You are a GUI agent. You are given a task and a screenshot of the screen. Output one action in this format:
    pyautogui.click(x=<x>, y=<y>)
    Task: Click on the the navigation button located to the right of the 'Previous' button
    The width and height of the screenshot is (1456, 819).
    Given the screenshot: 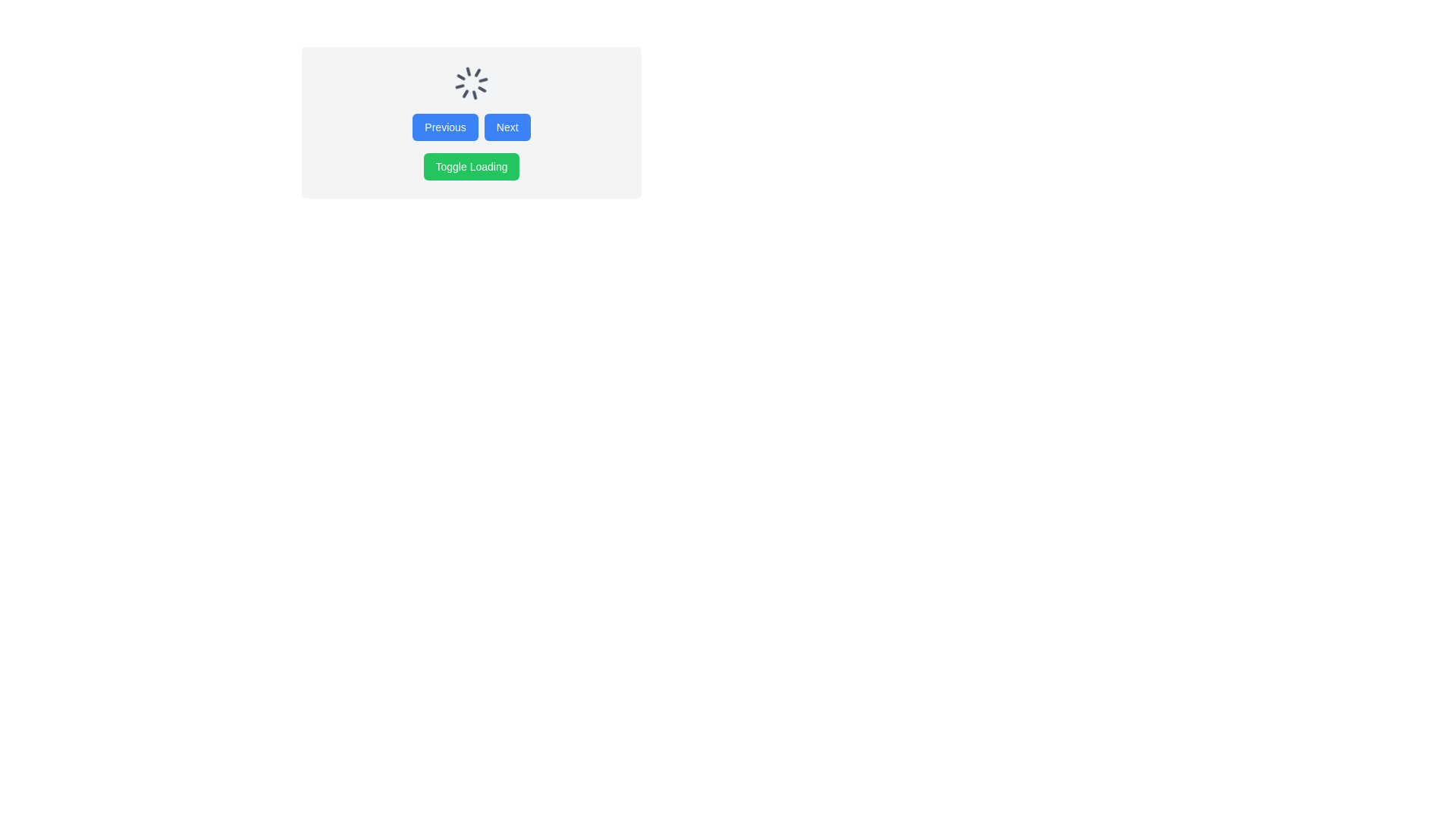 What is the action you would take?
    pyautogui.click(x=507, y=127)
    